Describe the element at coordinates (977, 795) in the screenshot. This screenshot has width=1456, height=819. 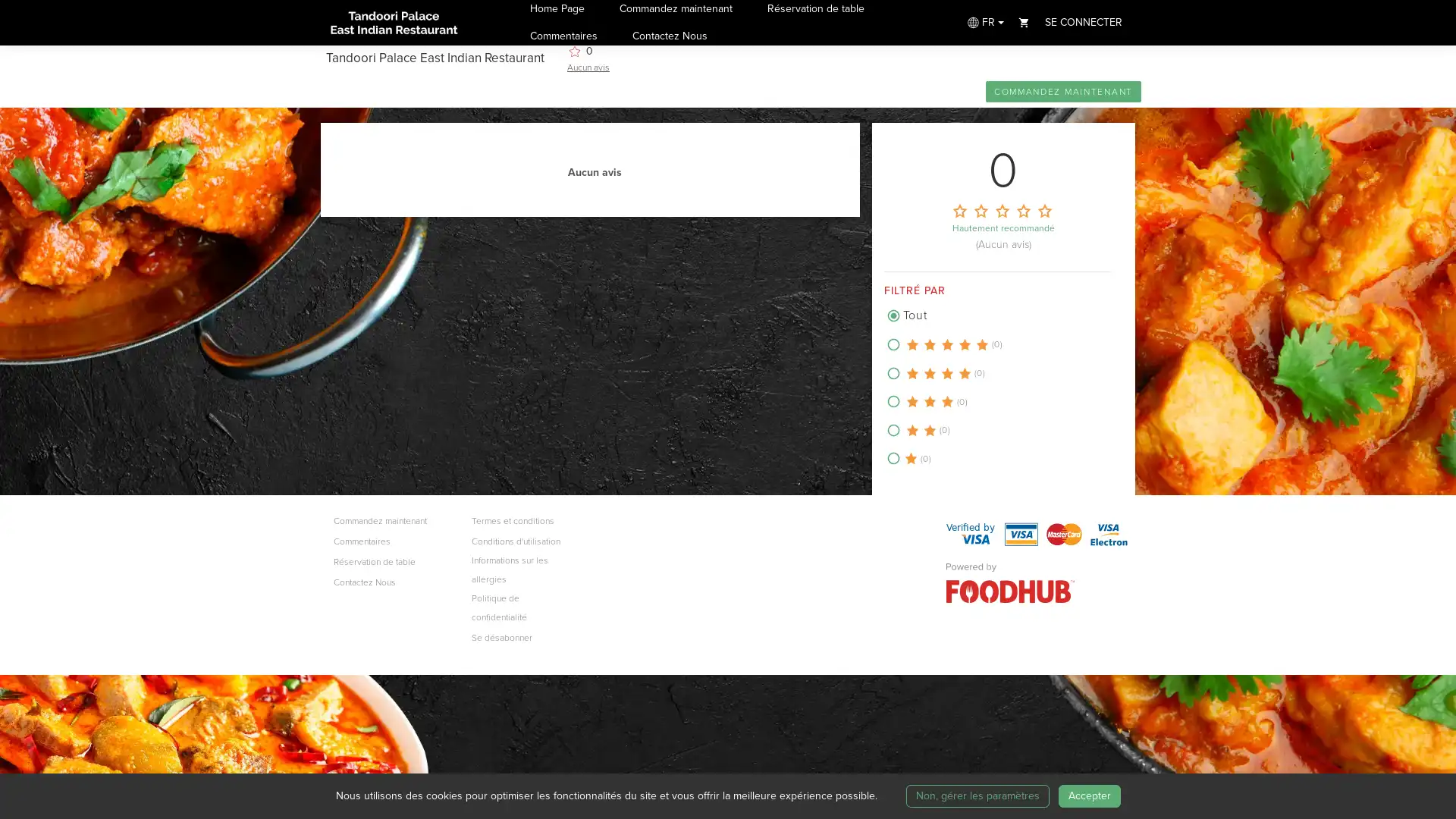
I see `Non, gerer les parametres` at that location.